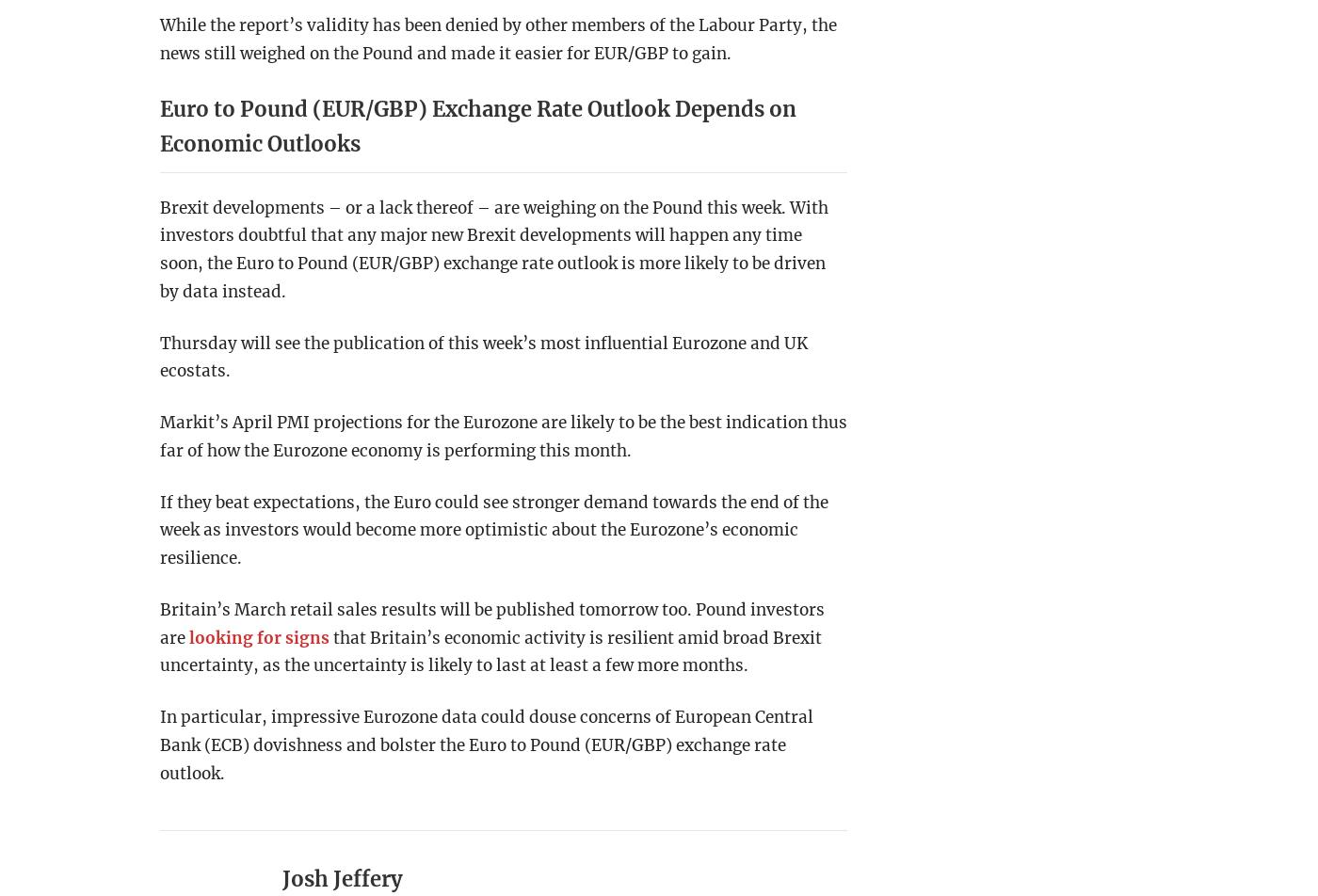 Image resolution: width=1318 pixels, height=896 pixels. I want to click on 'Markit’s April PMI projections for the Eurozone are likely to be the best indication thus far of how the Eurozone economy is performing this month.', so click(159, 436).